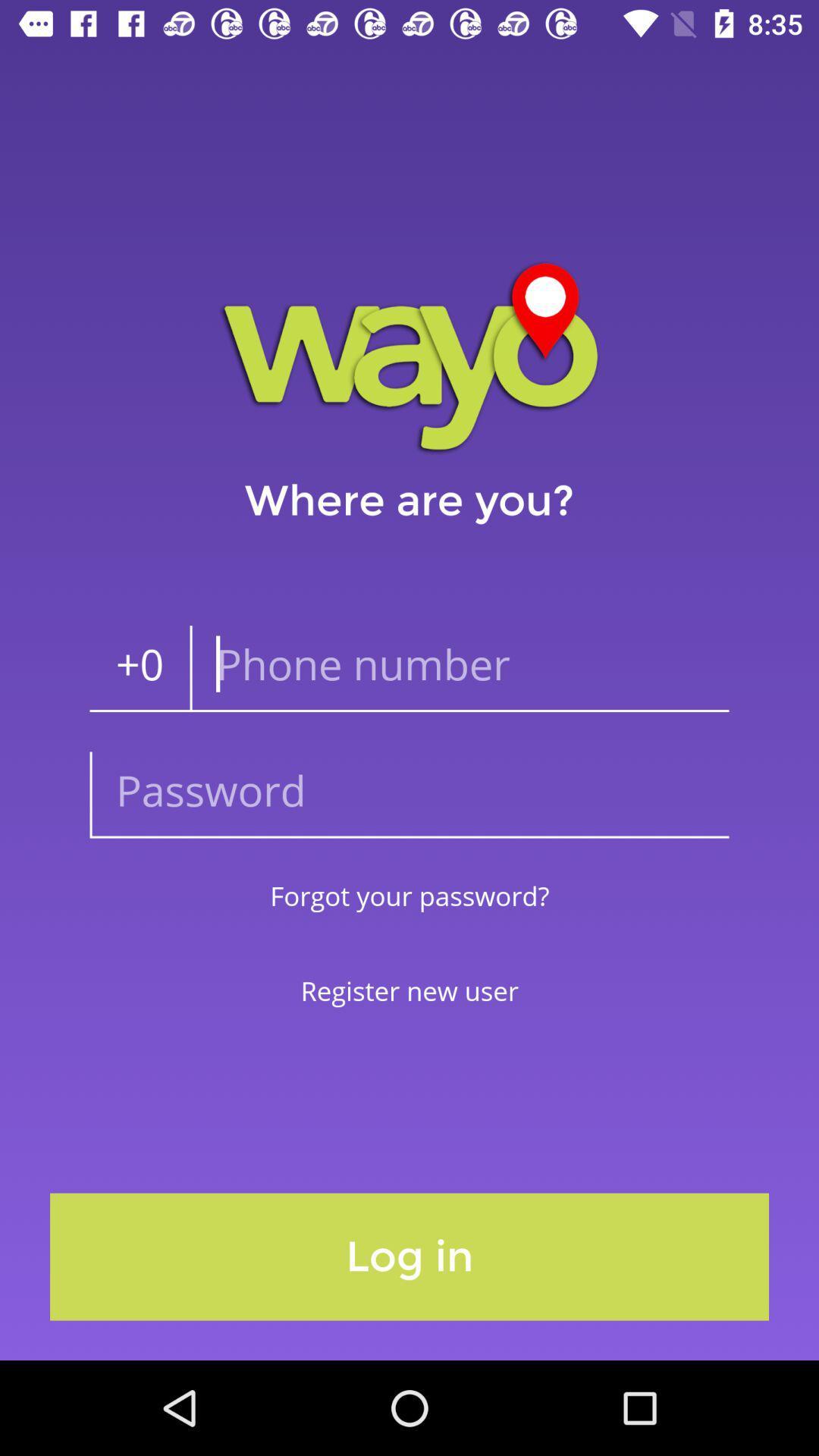  What do you see at coordinates (409, 794) in the screenshot?
I see `item below +0 item` at bounding box center [409, 794].